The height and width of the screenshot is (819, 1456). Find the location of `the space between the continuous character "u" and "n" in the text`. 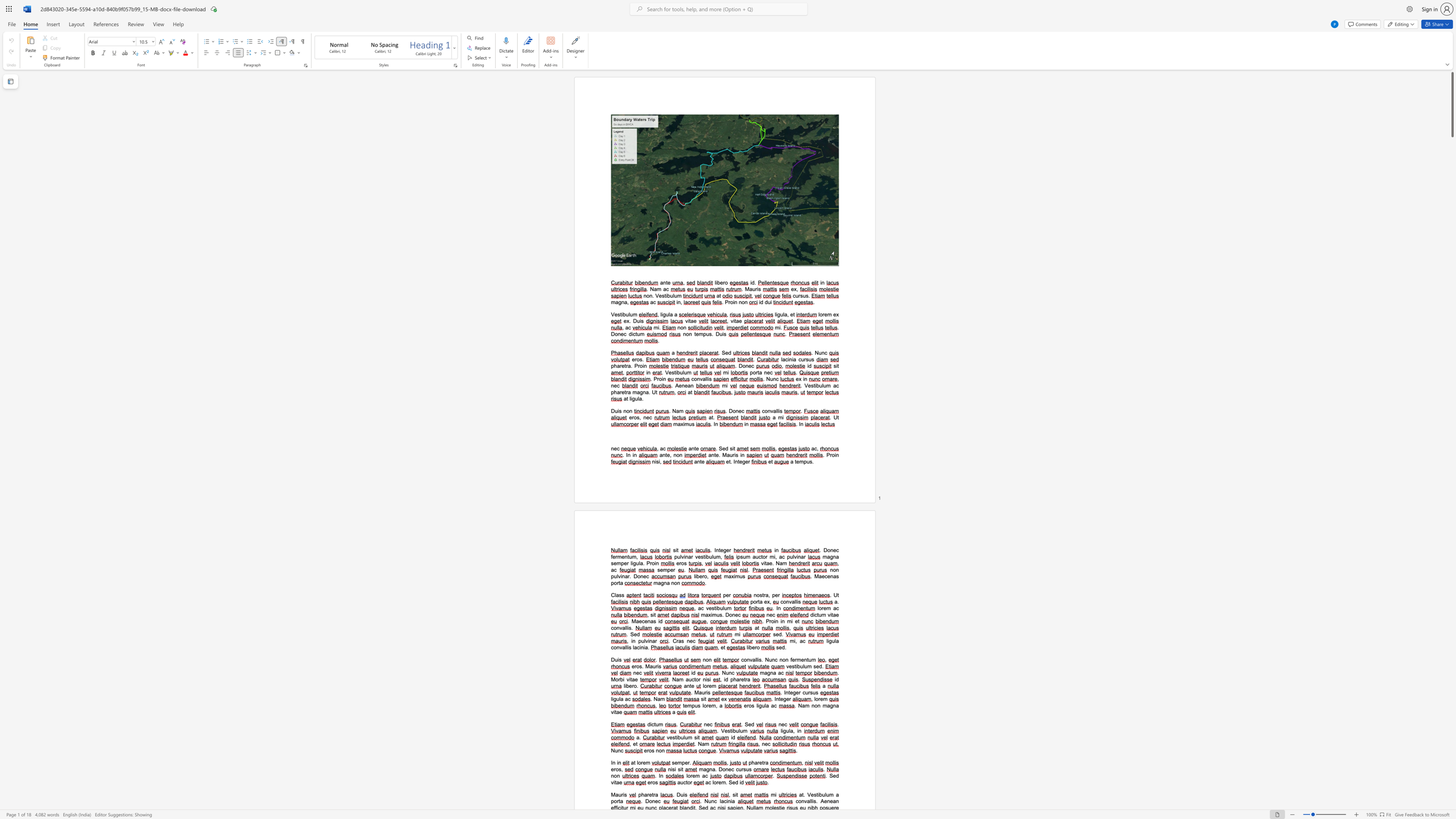

the space between the continuous character "u" and "n" in the text is located at coordinates (710, 800).